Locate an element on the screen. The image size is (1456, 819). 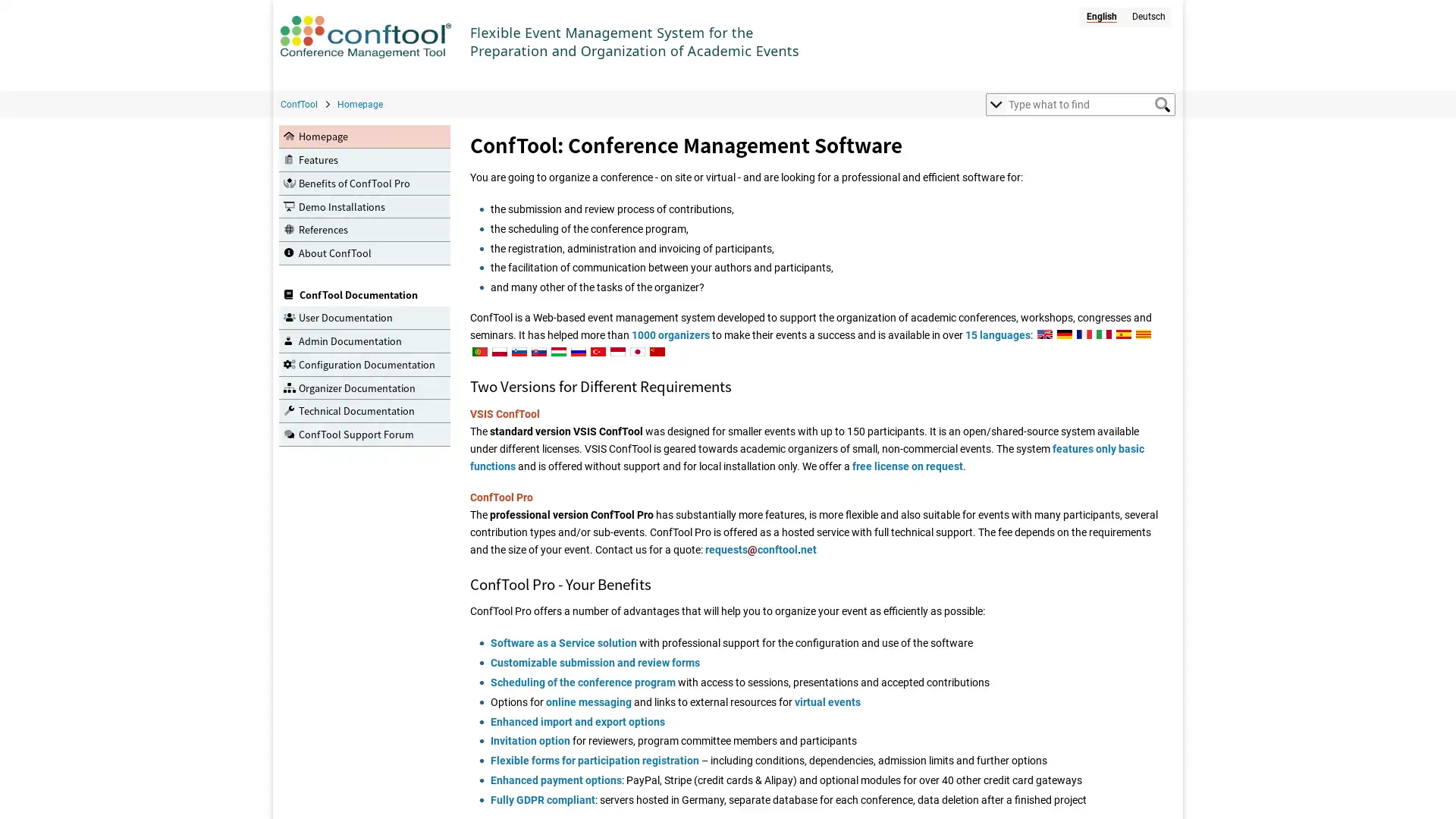
Search is located at coordinates (1161, 104).